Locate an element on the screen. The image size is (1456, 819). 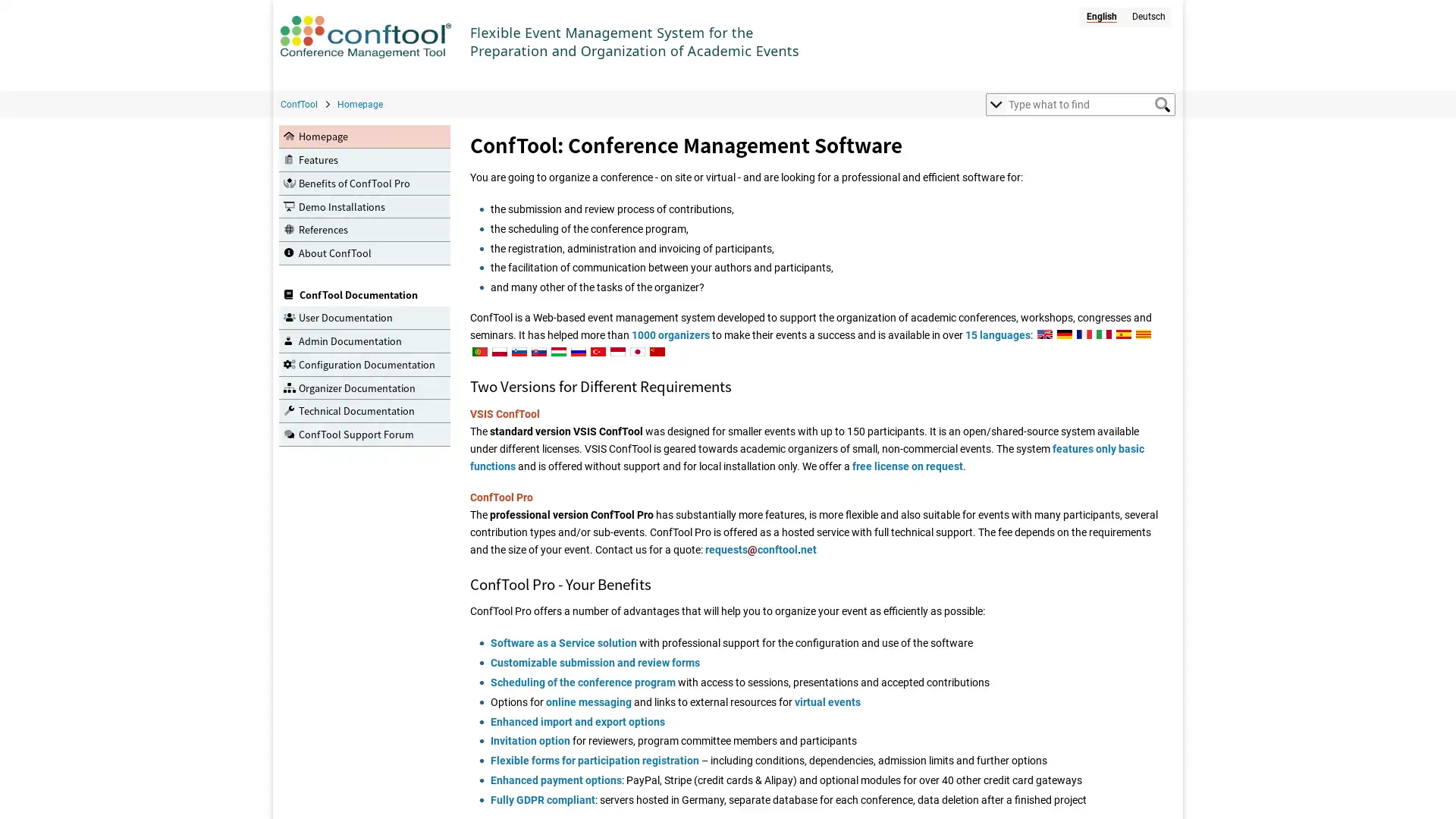
Search is located at coordinates (1161, 104).